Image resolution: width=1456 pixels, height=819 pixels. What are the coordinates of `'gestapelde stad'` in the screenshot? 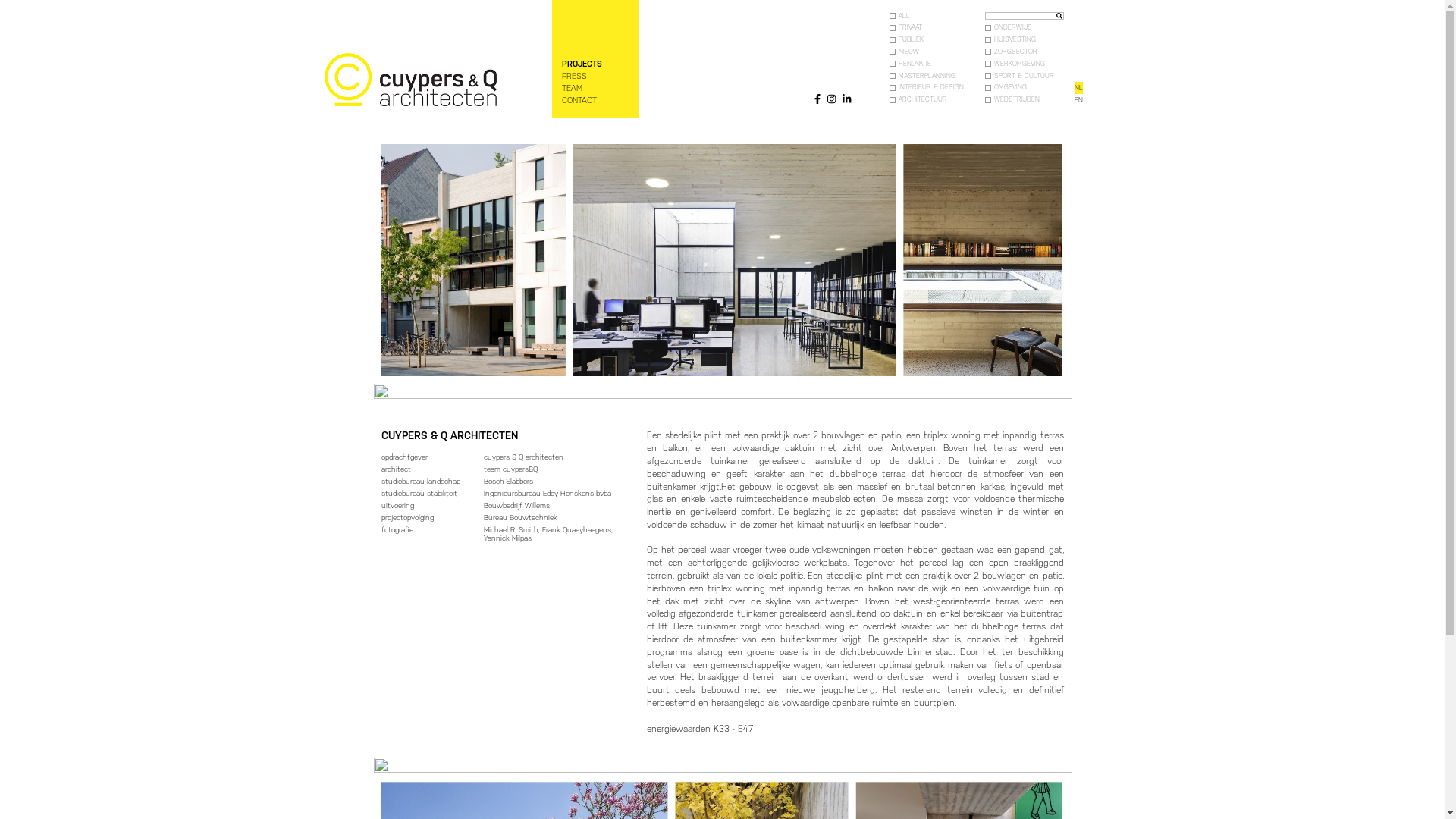 It's located at (916, 639).